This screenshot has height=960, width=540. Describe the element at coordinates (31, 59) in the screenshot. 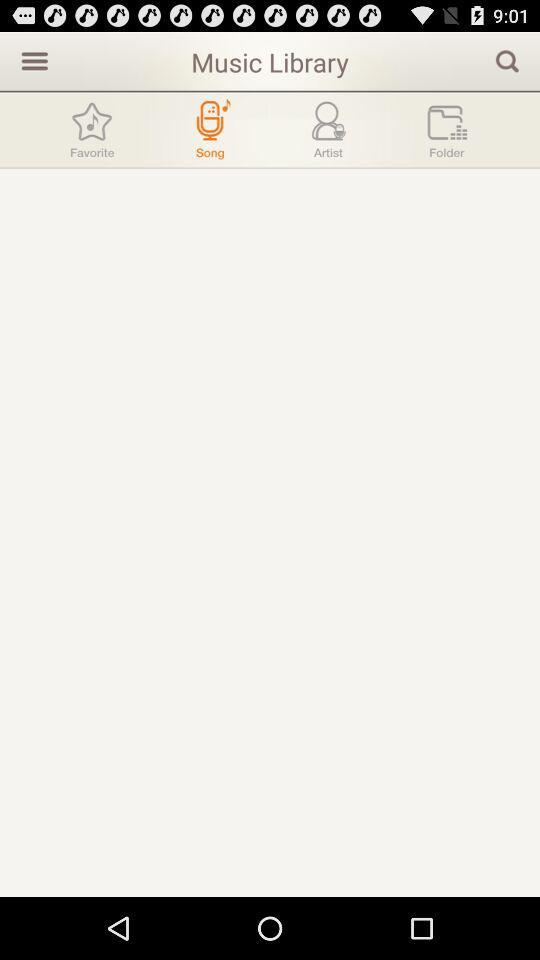

I see `more options` at that location.